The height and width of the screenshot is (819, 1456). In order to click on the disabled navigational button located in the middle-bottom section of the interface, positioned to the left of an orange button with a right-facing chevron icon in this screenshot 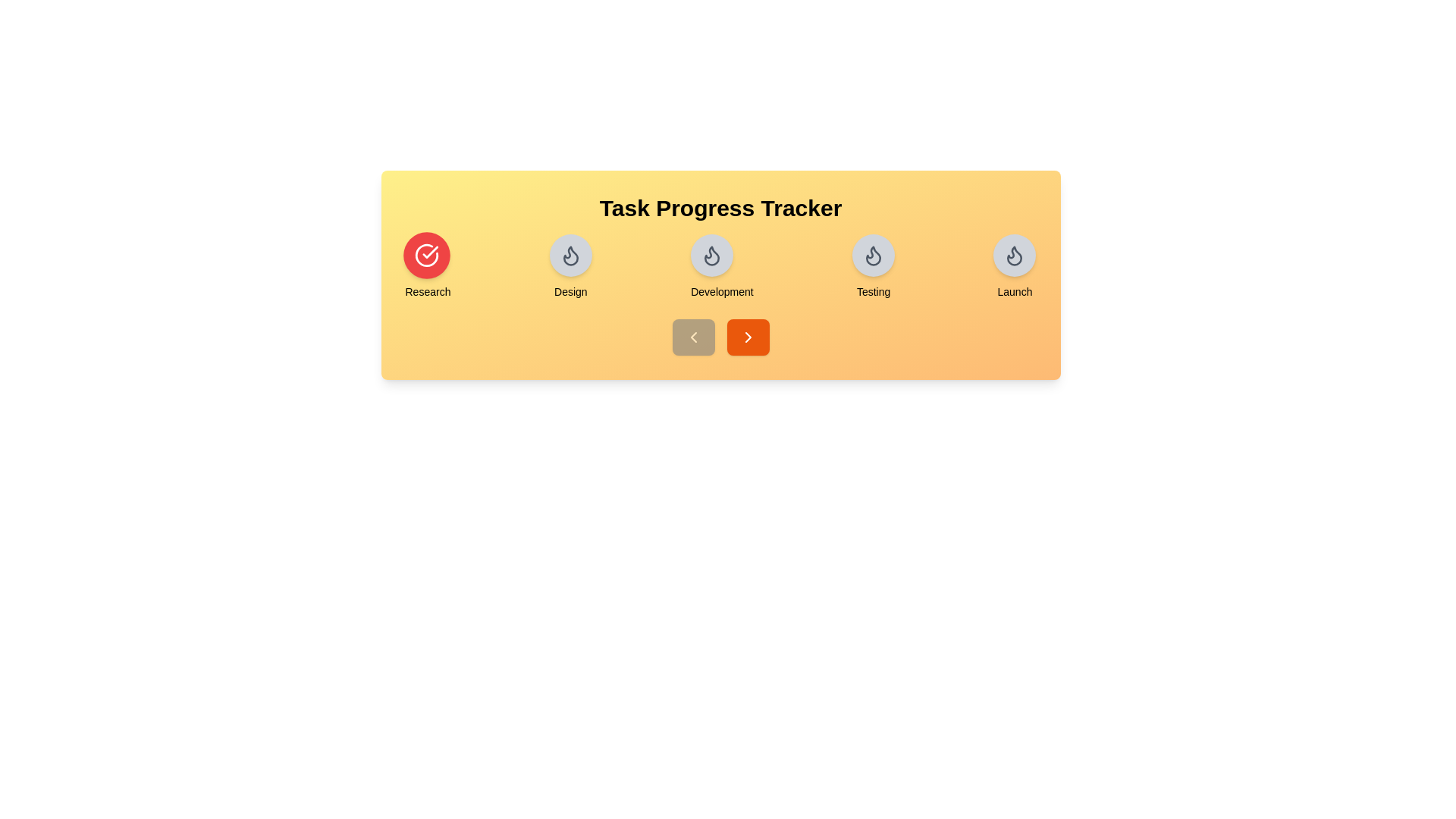, I will do `click(692, 336)`.